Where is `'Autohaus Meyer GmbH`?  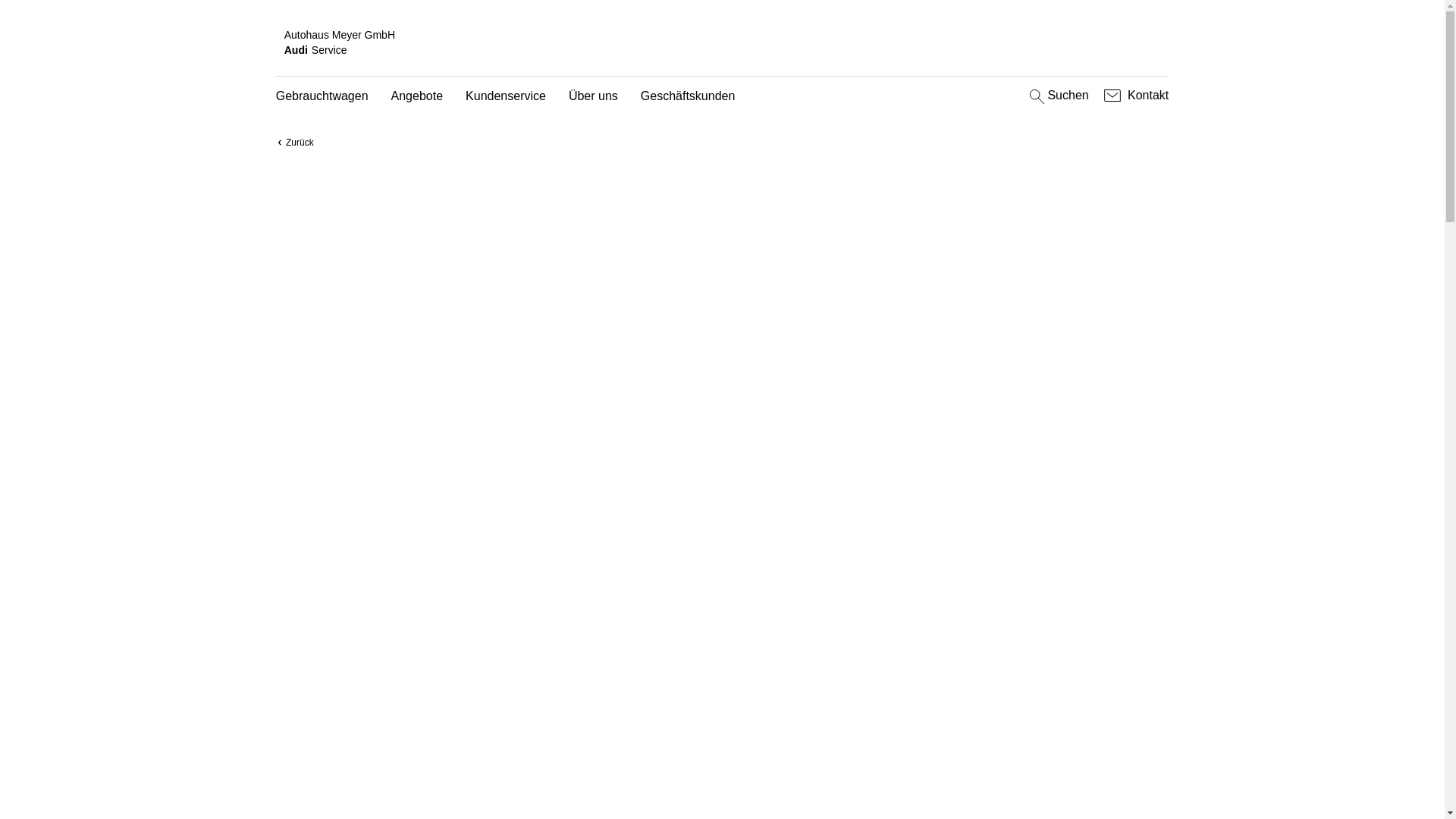
'Autohaus Meyer GmbH is located at coordinates (275, 42).